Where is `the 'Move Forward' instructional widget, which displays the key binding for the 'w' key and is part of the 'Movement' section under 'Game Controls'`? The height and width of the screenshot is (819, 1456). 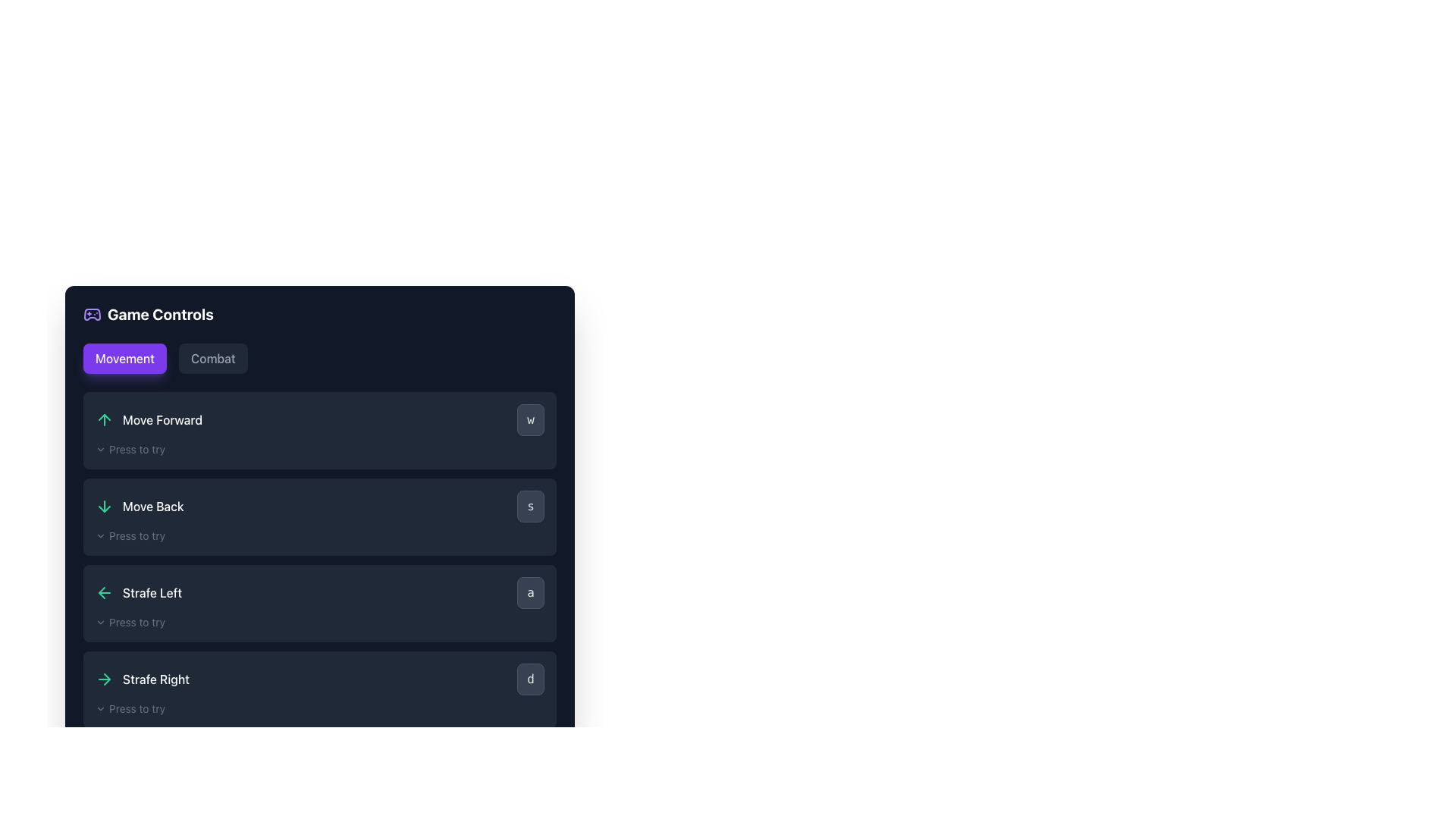 the 'Move Forward' instructional widget, which displays the key binding for the 'w' key and is part of the 'Movement' section under 'Game Controls' is located at coordinates (319, 560).